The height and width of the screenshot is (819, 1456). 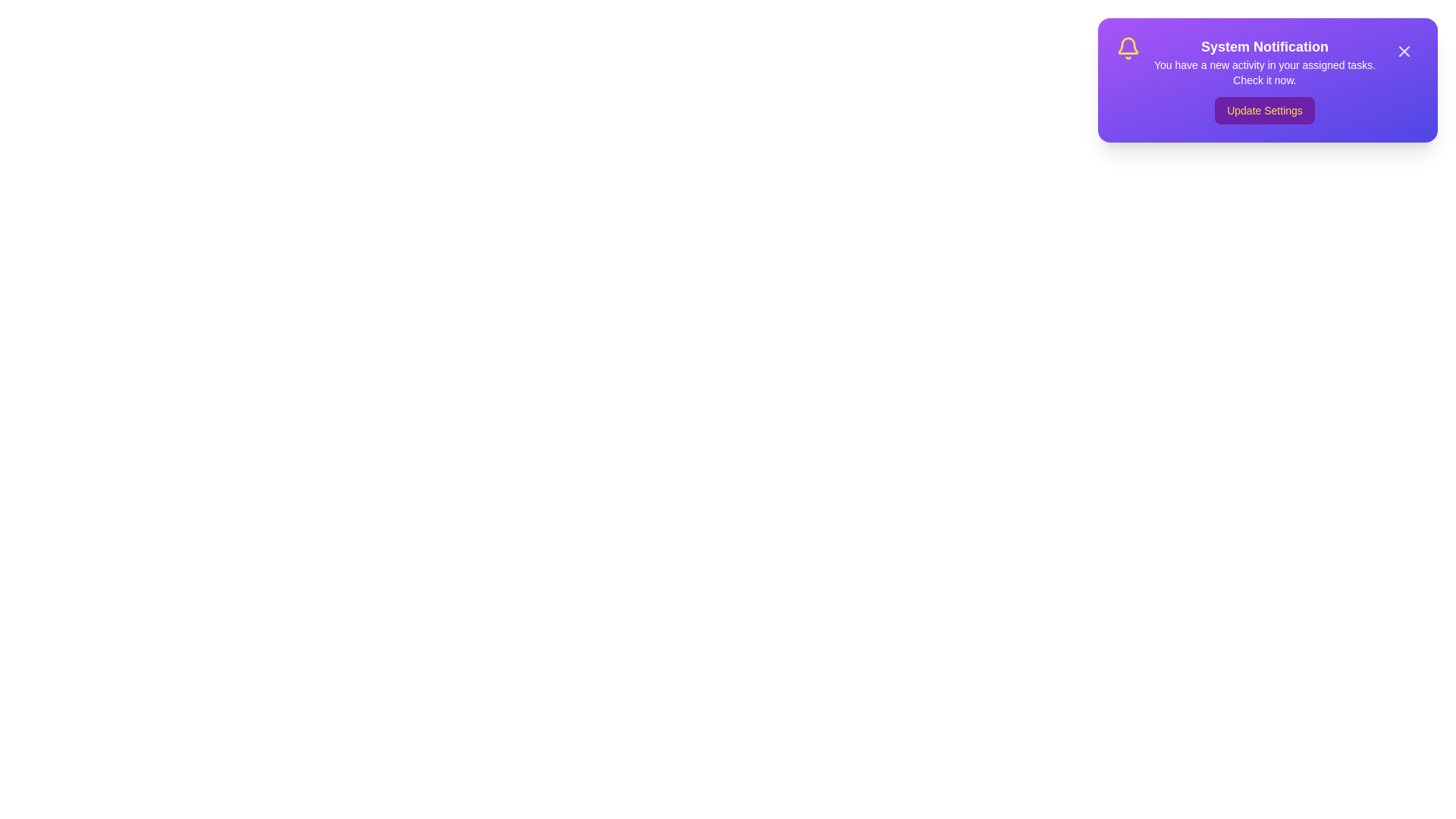 What do you see at coordinates (1265, 110) in the screenshot?
I see `'Update Settings' button to trigger the alert` at bounding box center [1265, 110].